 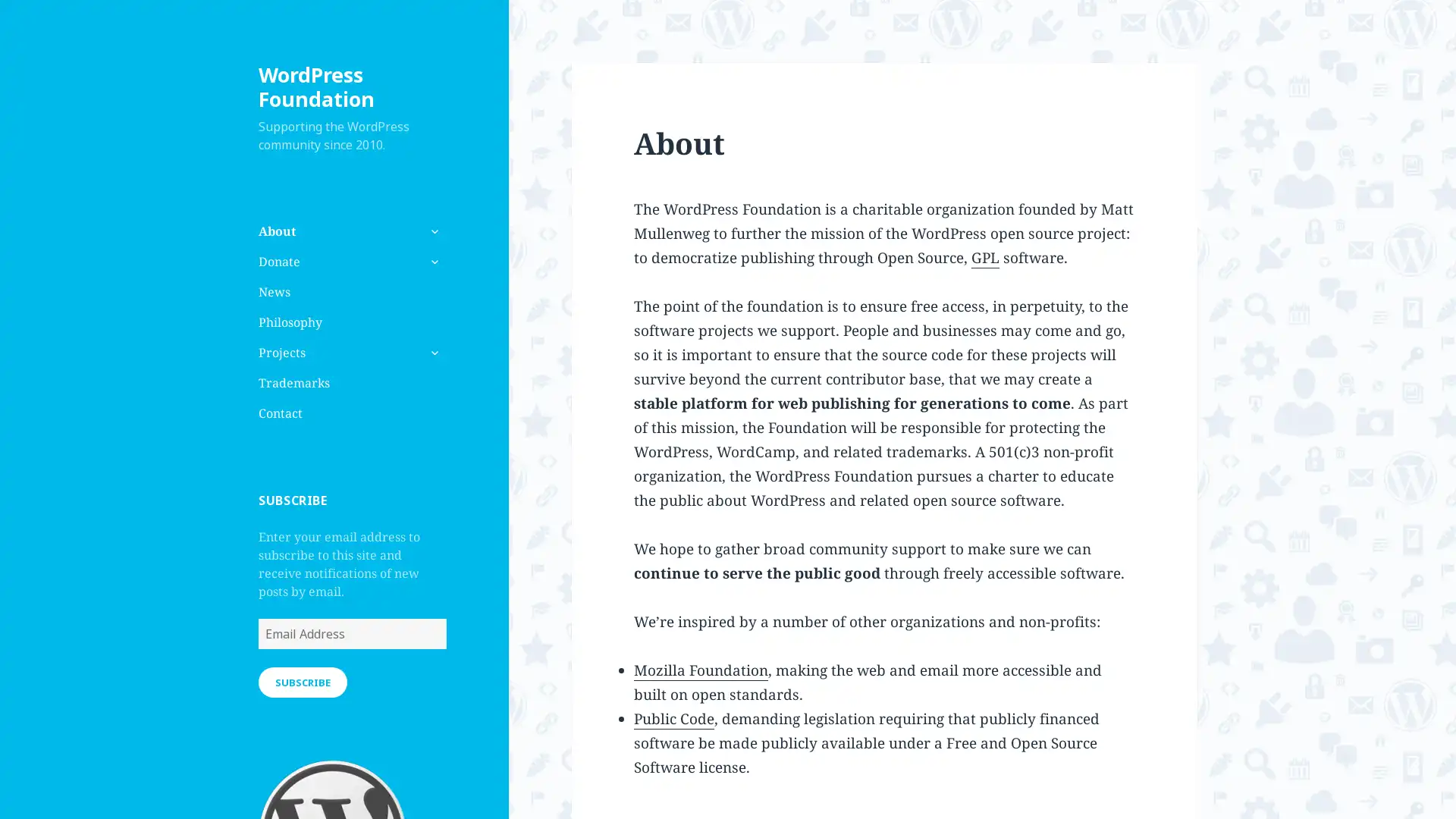 I want to click on expand child menu, so click(x=432, y=353).